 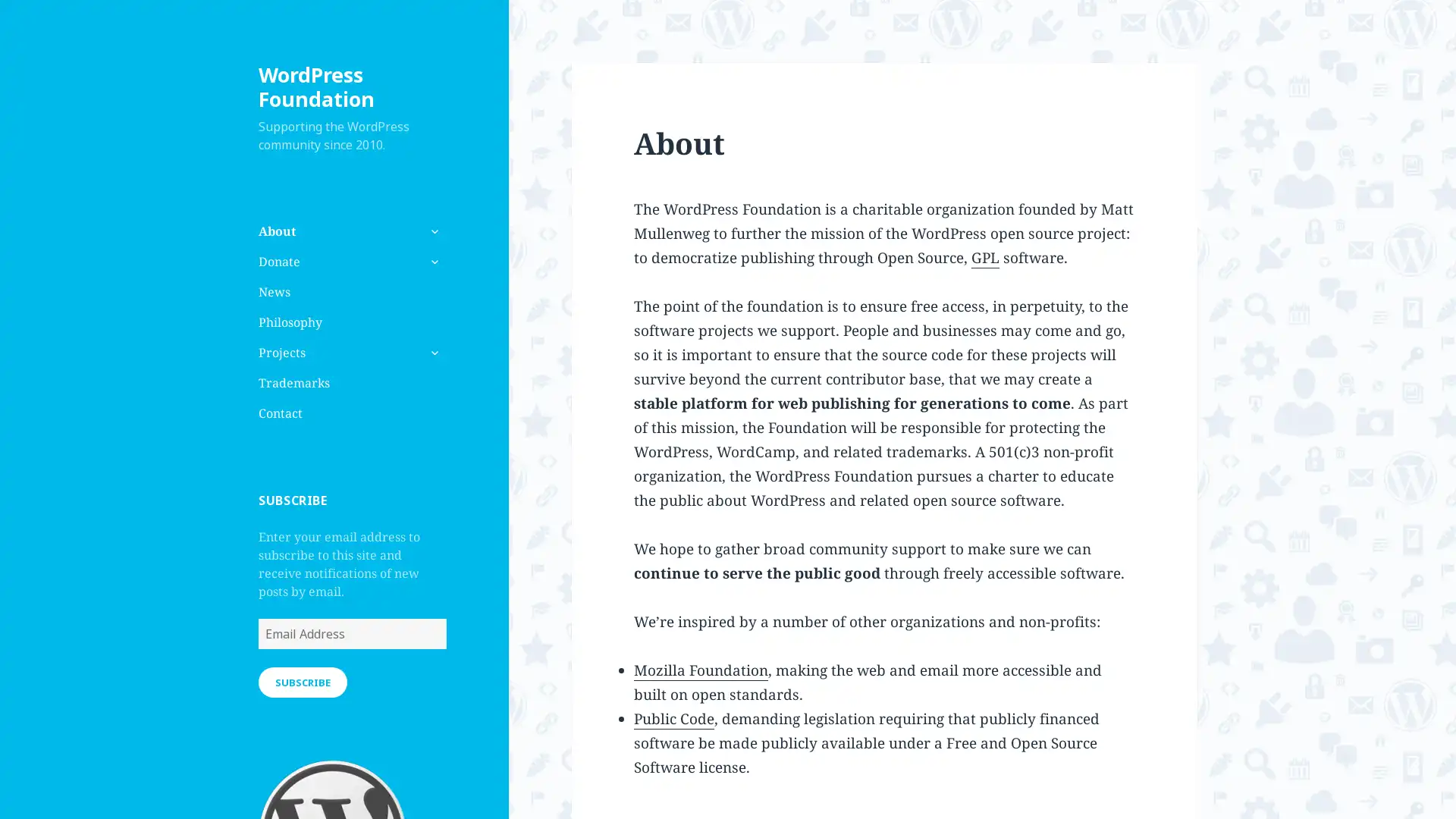 I want to click on expand child menu, so click(x=432, y=353).